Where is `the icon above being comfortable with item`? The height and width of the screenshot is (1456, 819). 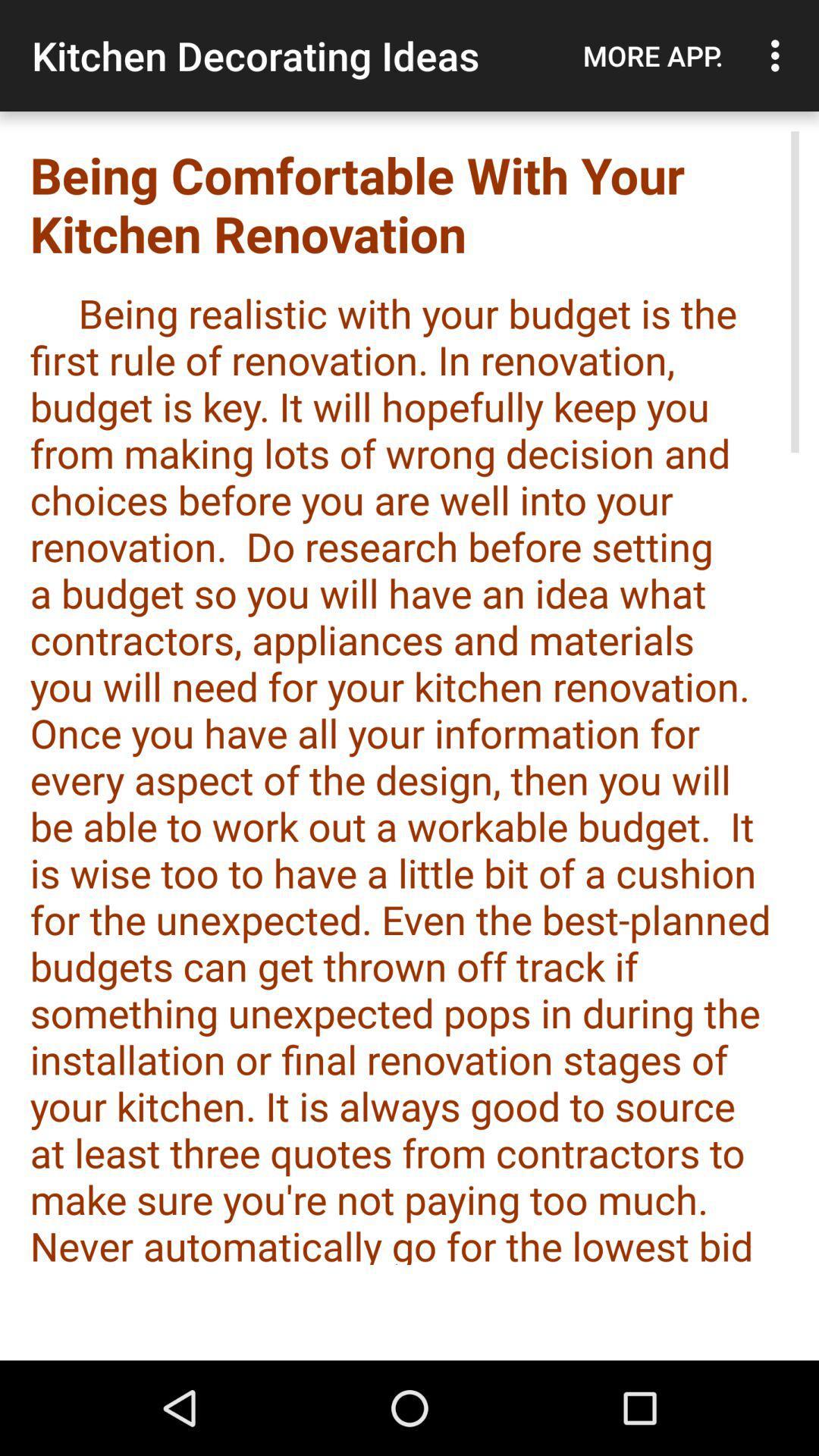 the icon above being comfortable with item is located at coordinates (652, 55).